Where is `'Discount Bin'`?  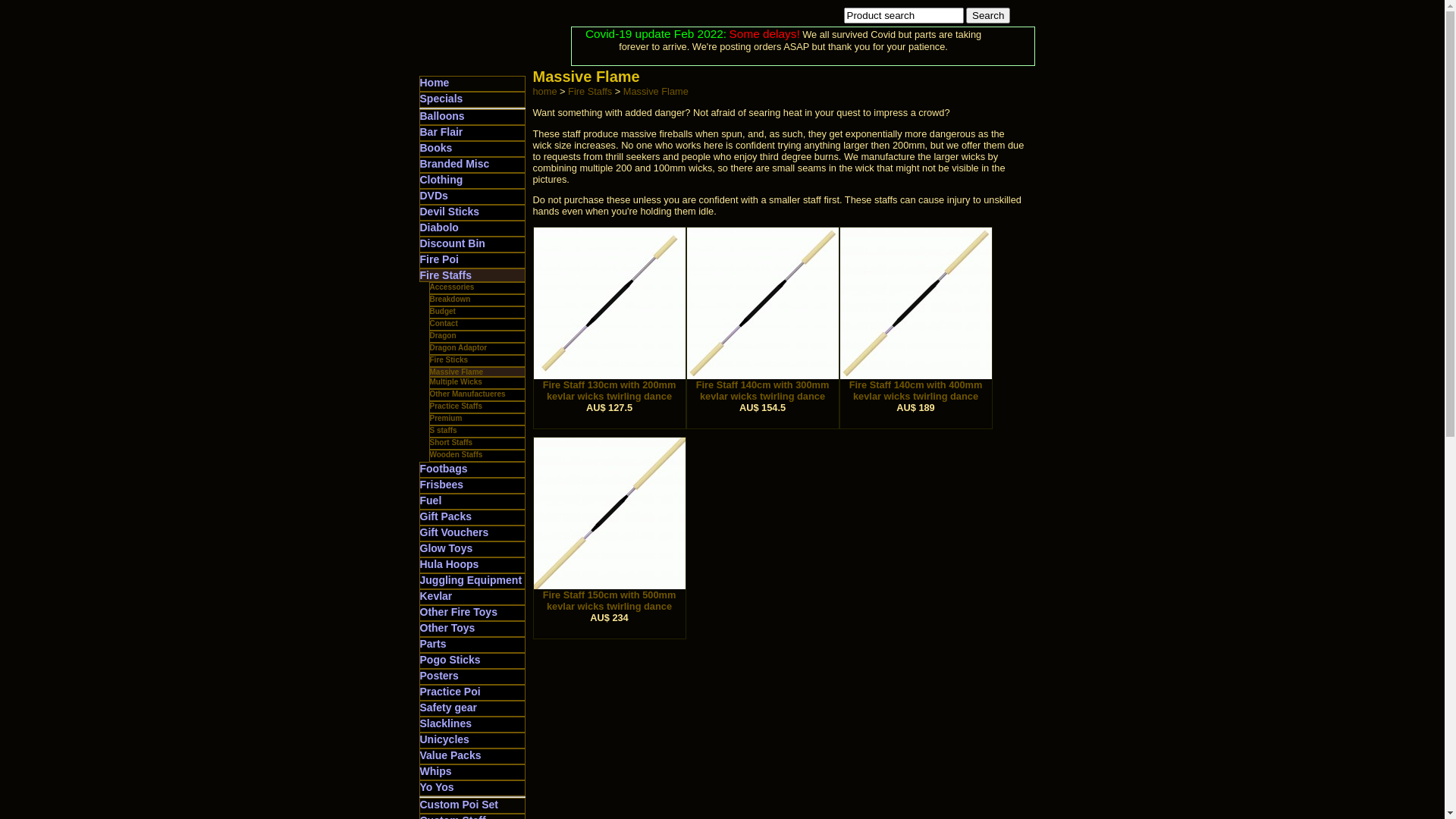 'Discount Bin' is located at coordinates (451, 242).